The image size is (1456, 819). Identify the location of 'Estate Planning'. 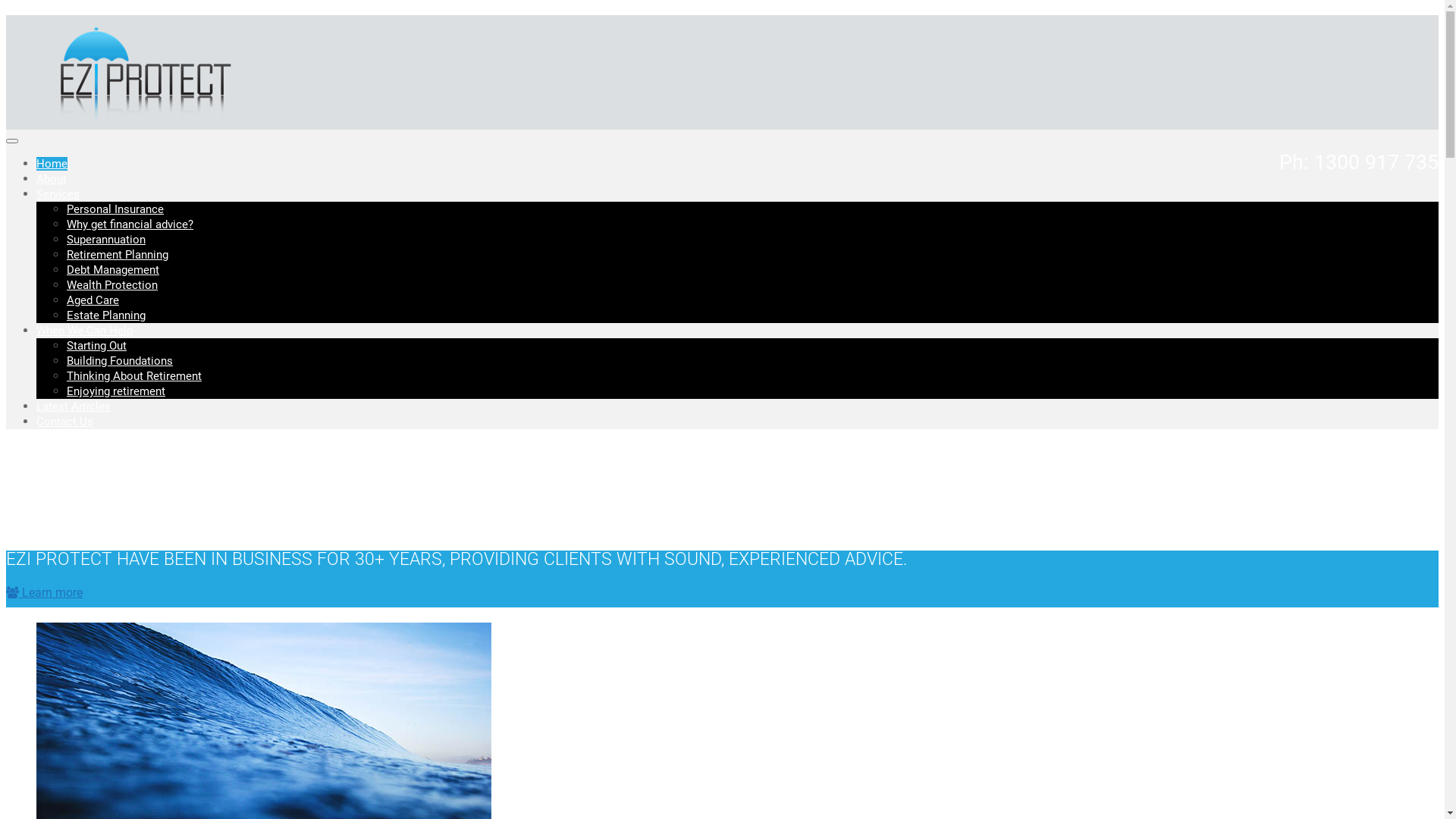
(65, 315).